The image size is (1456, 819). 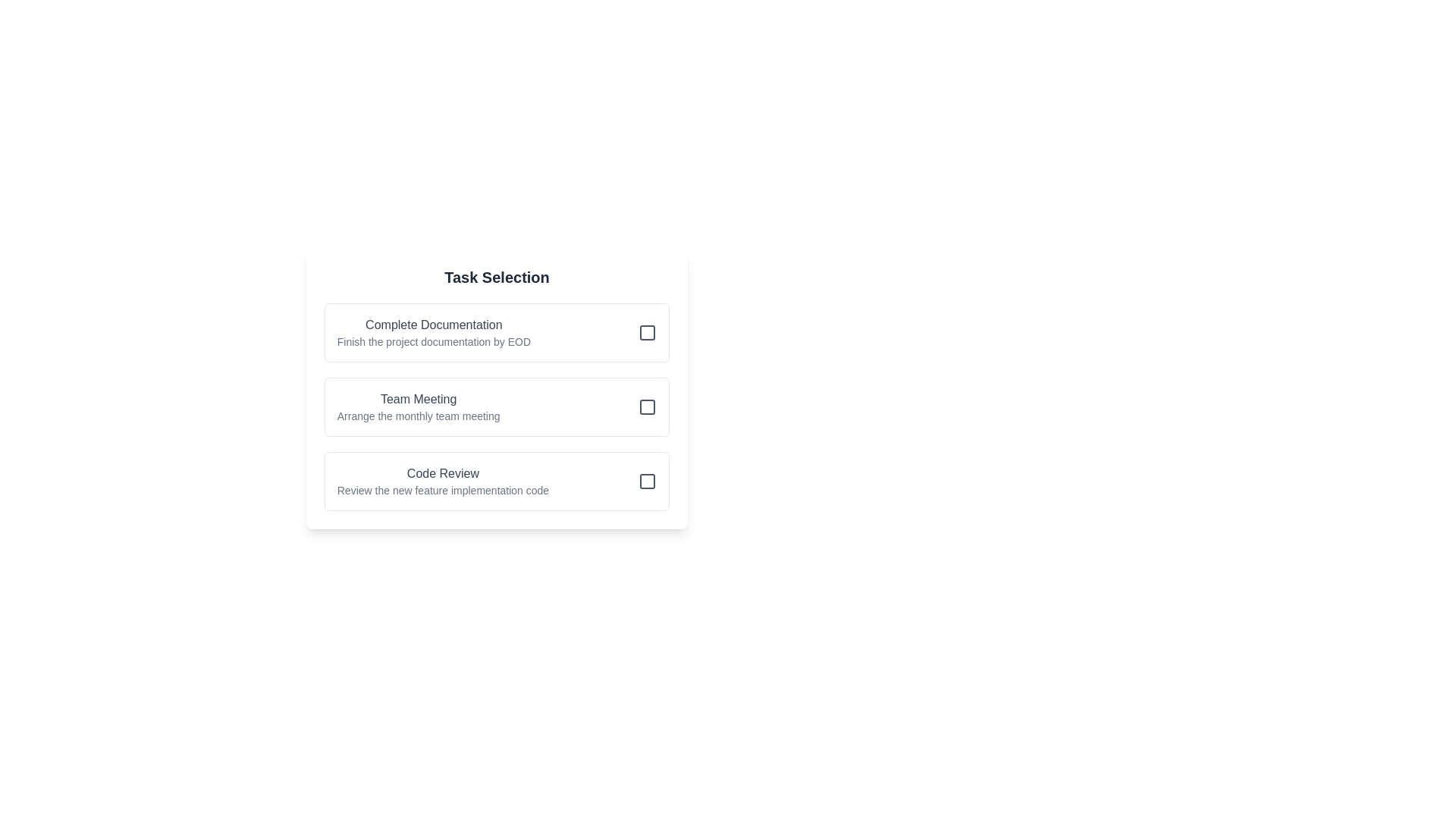 What do you see at coordinates (442, 482) in the screenshot?
I see `the 'Code Review' text label that represents a task option, located in the lower section of a vertically stacked group of task items` at bounding box center [442, 482].